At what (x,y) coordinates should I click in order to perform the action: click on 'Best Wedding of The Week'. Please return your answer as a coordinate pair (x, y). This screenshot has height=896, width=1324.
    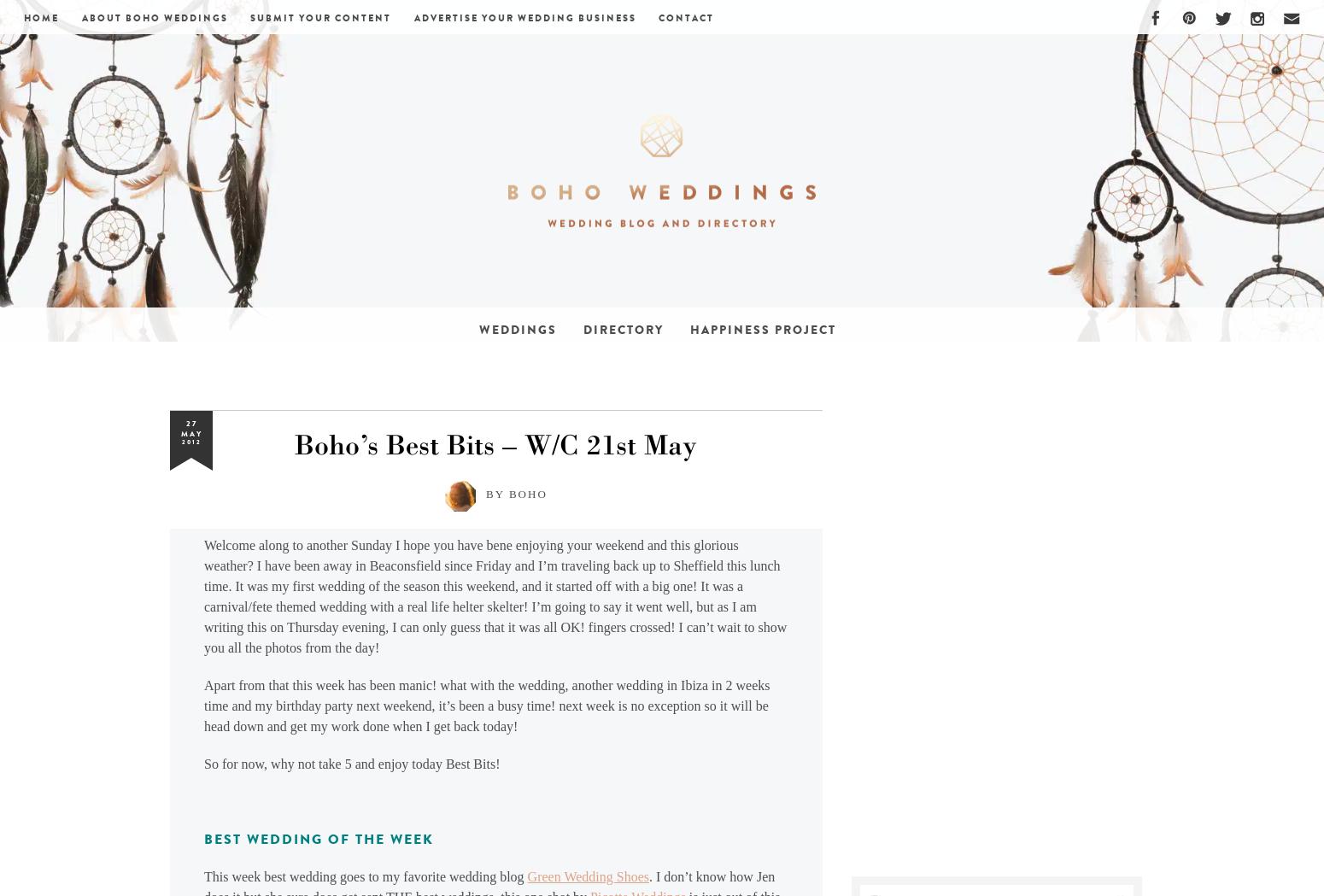
    Looking at the image, I should click on (318, 838).